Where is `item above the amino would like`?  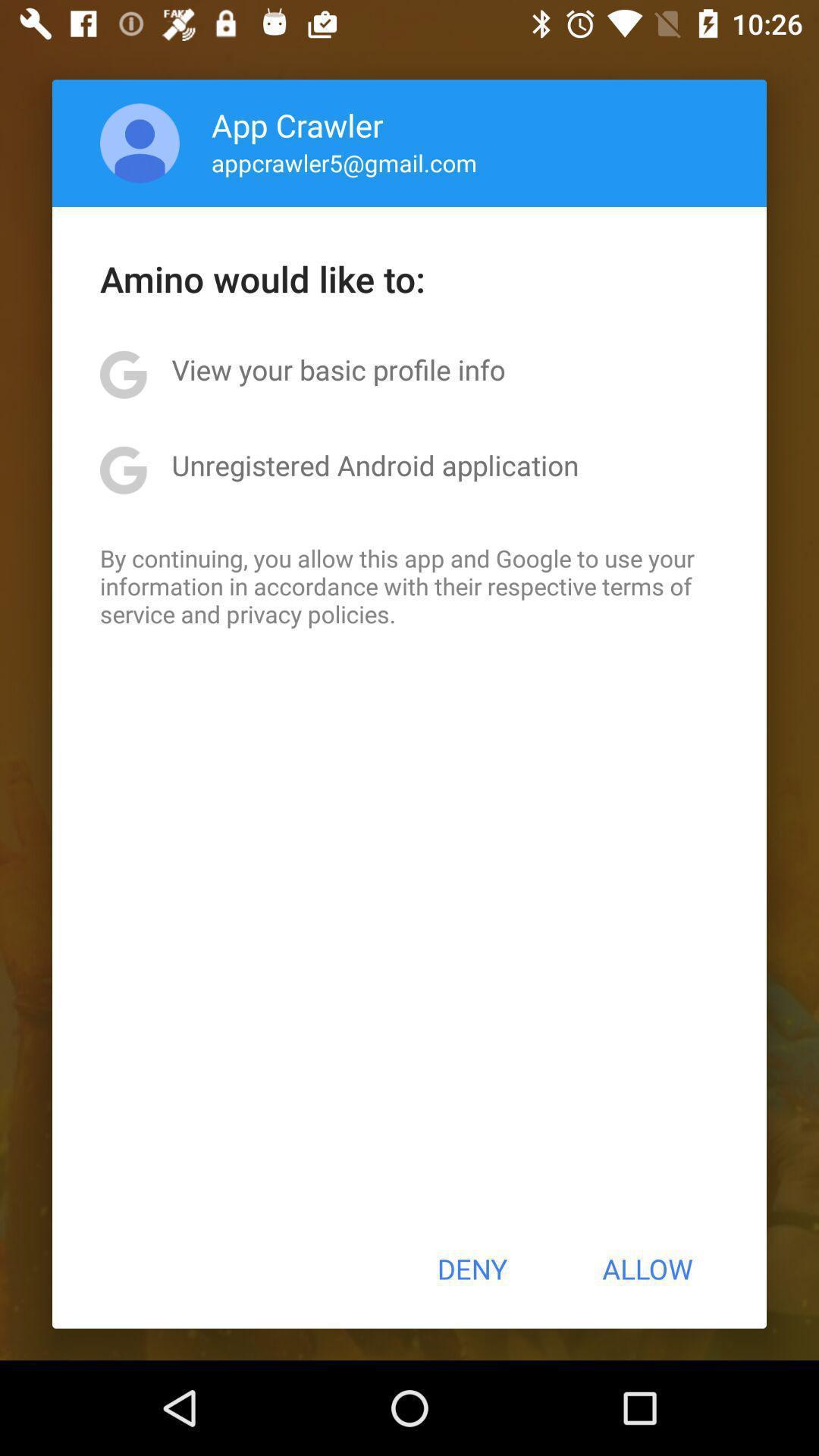 item above the amino would like is located at coordinates (140, 143).